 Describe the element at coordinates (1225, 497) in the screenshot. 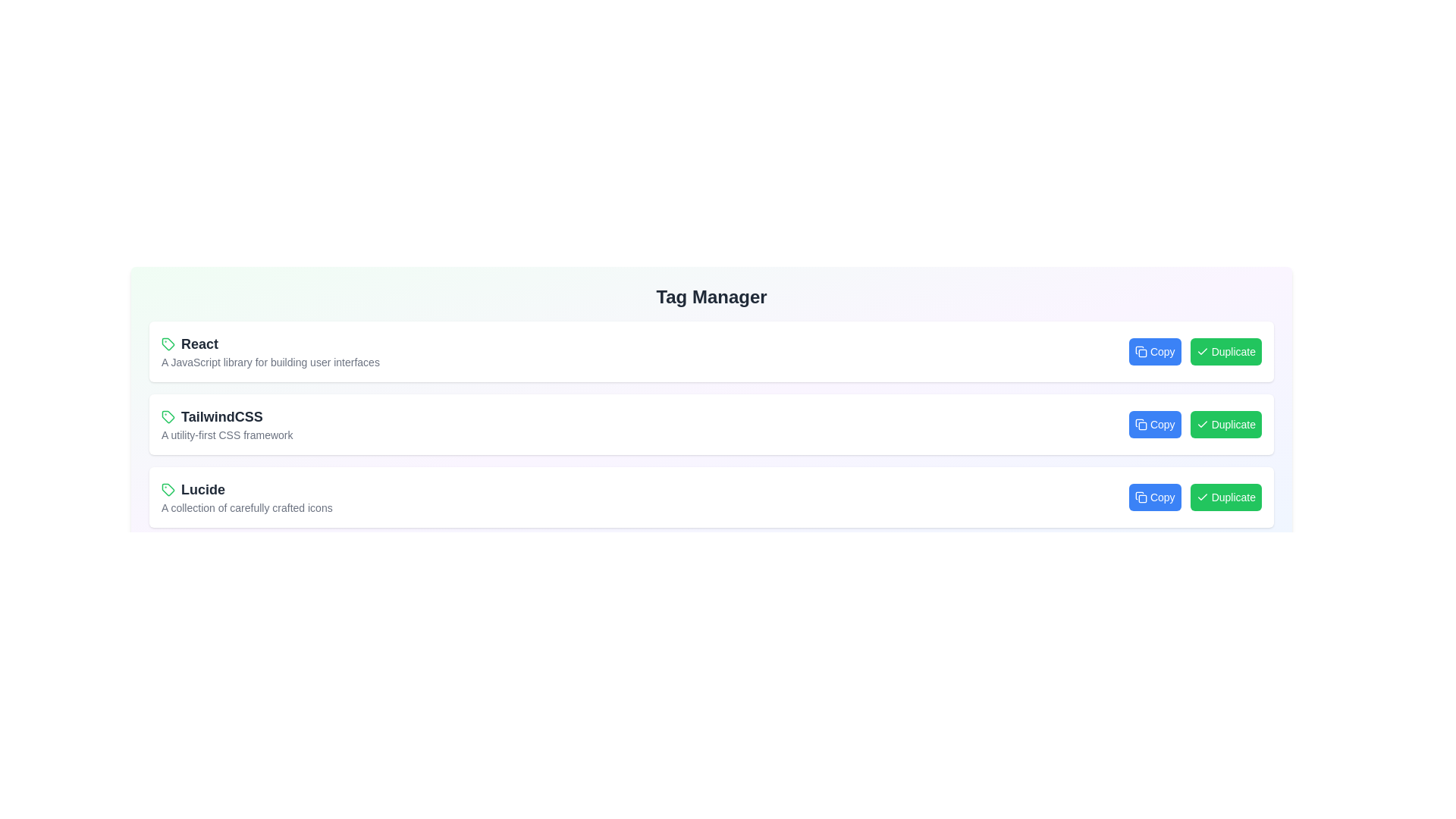

I see `'Duplicate' button for the tag labeled Lucide` at that location.